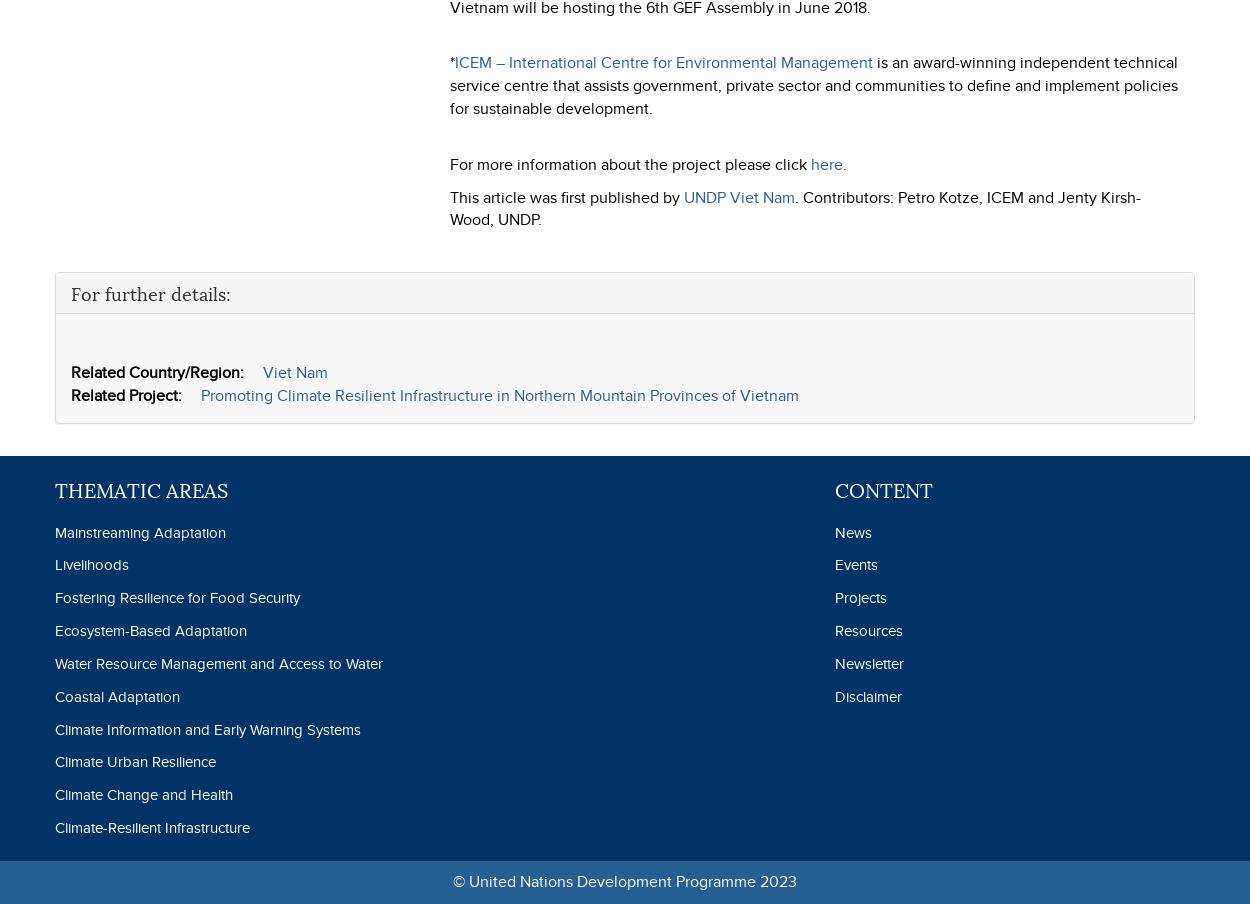  What do you see at coordinates (834, 694) in the screenshot?
I see `'Disclaimer'` at bounding box center [834, 694].